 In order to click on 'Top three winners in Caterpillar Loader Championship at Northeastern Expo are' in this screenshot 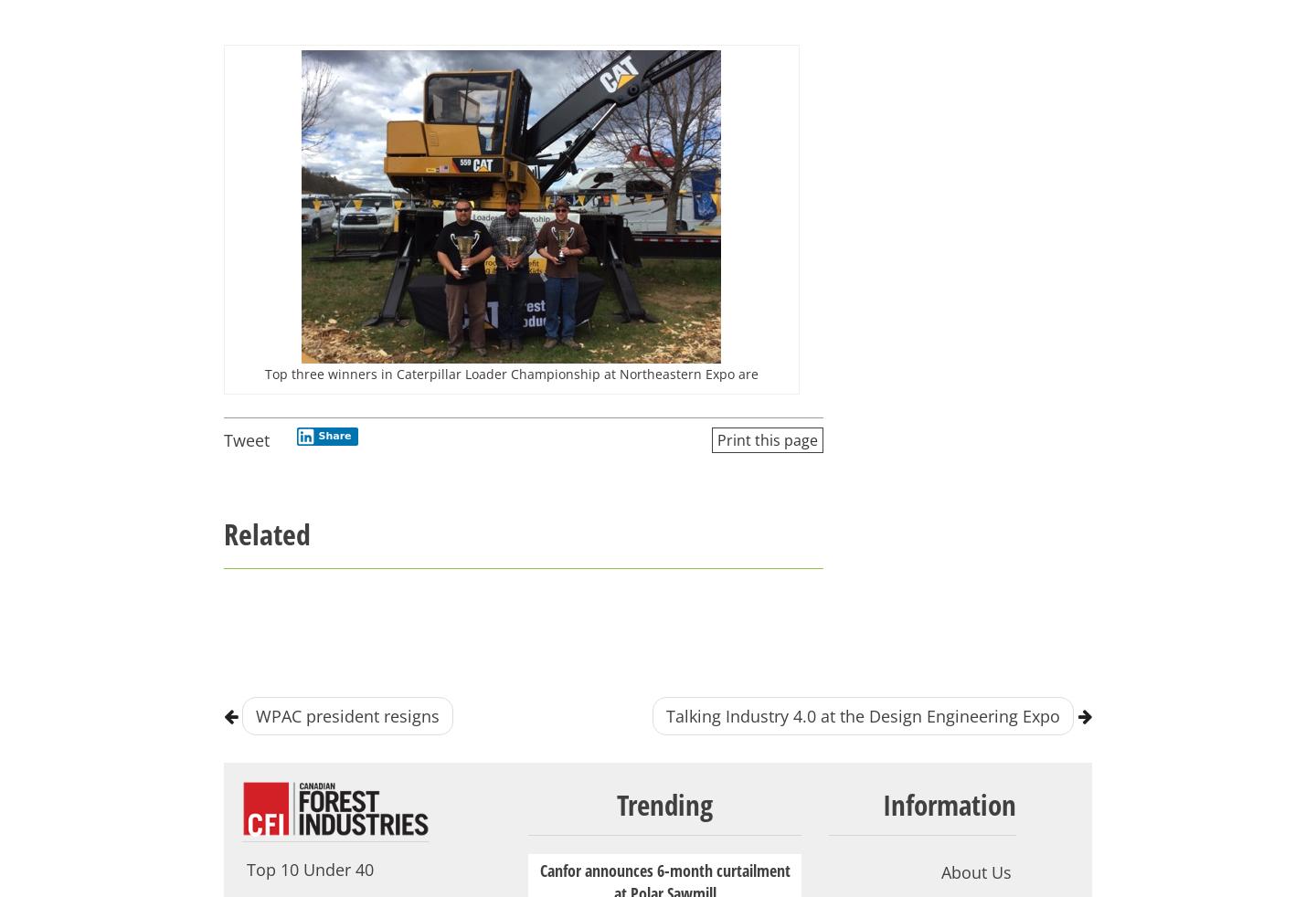, I will do `click(263, 373)`.